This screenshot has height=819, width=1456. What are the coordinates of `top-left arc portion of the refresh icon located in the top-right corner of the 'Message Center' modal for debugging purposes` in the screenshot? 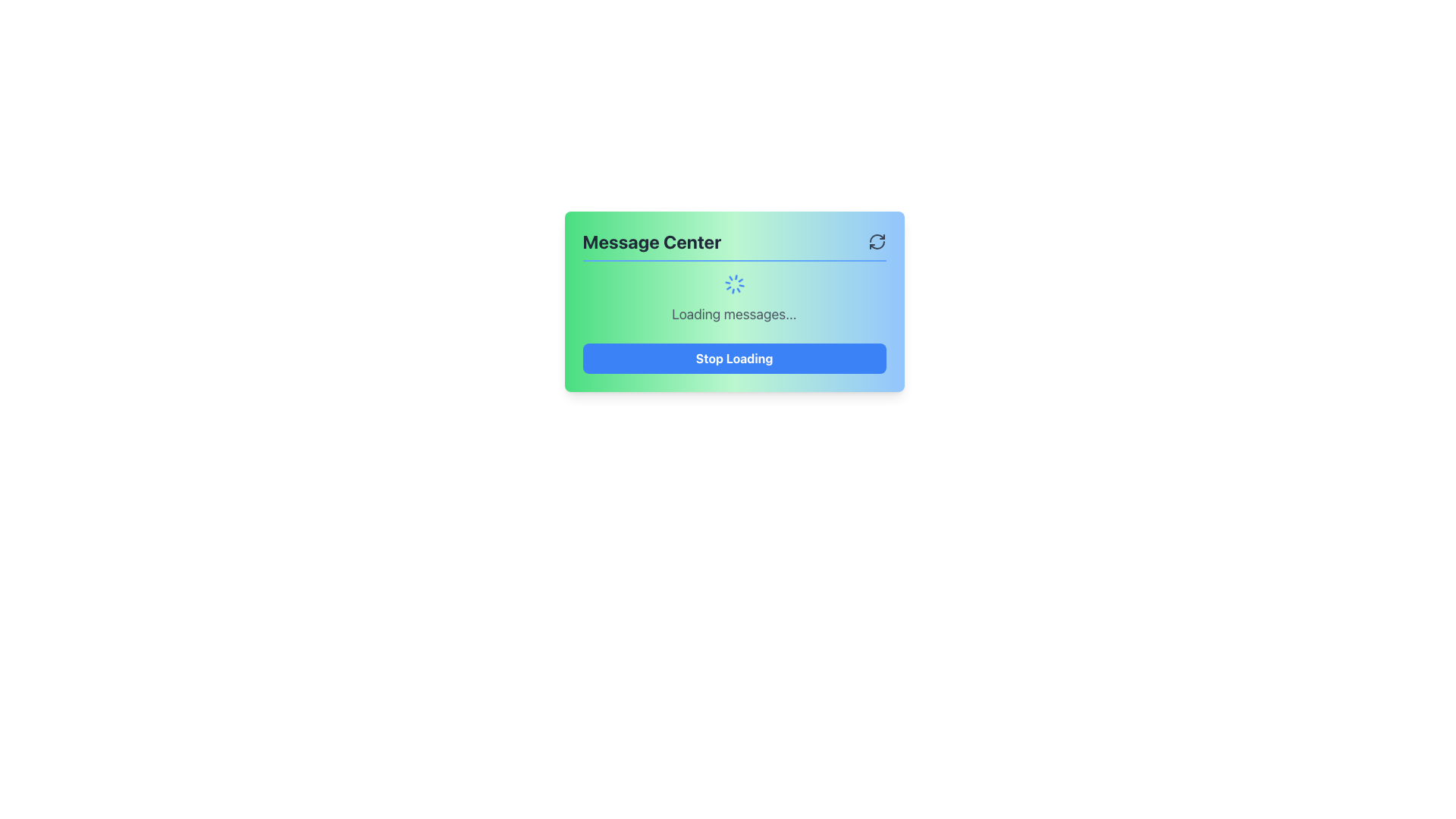 It's located at (877, 238).